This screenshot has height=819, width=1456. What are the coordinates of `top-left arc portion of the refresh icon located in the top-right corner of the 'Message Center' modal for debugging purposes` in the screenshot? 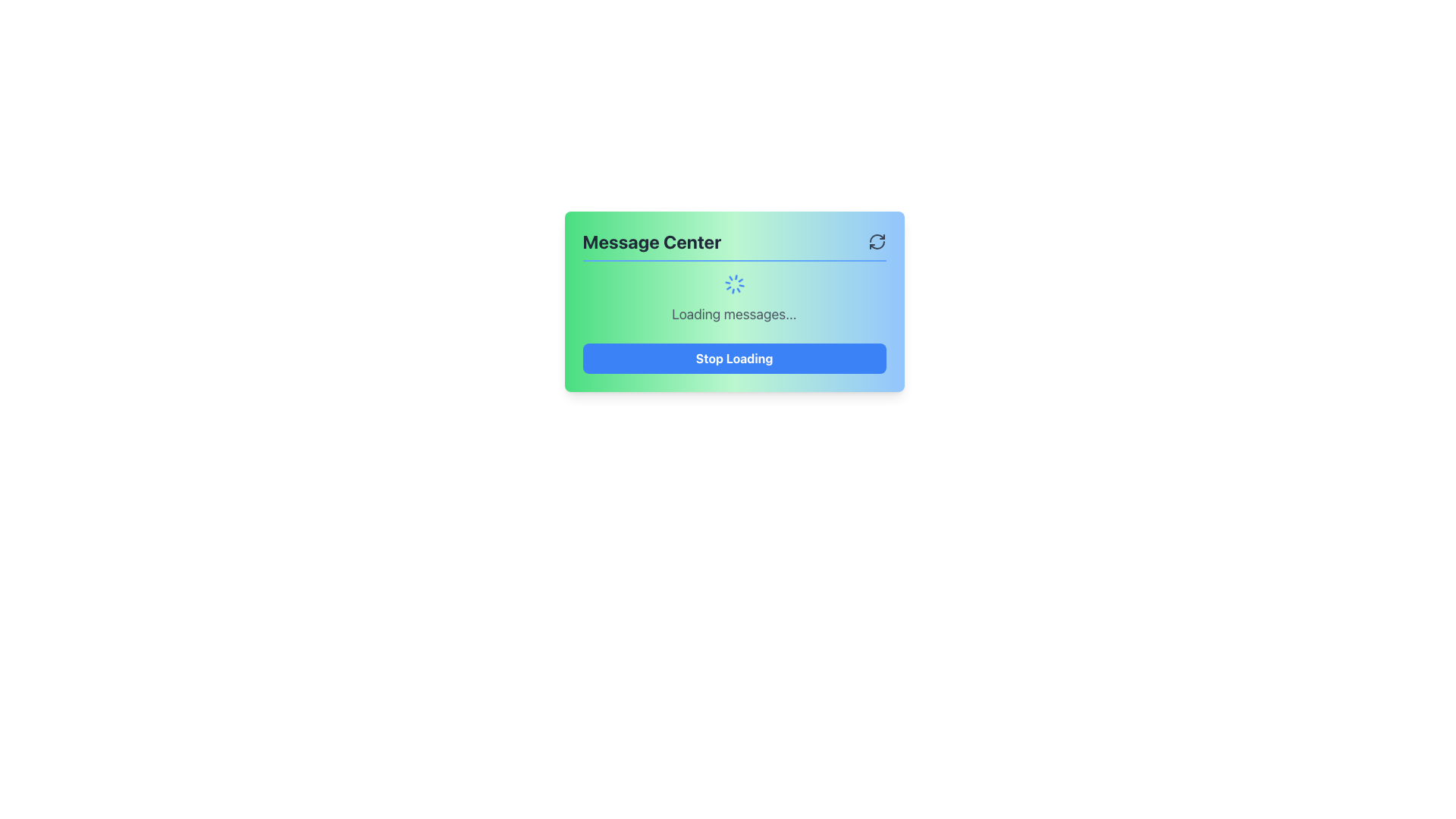 It's located at (877, 238).